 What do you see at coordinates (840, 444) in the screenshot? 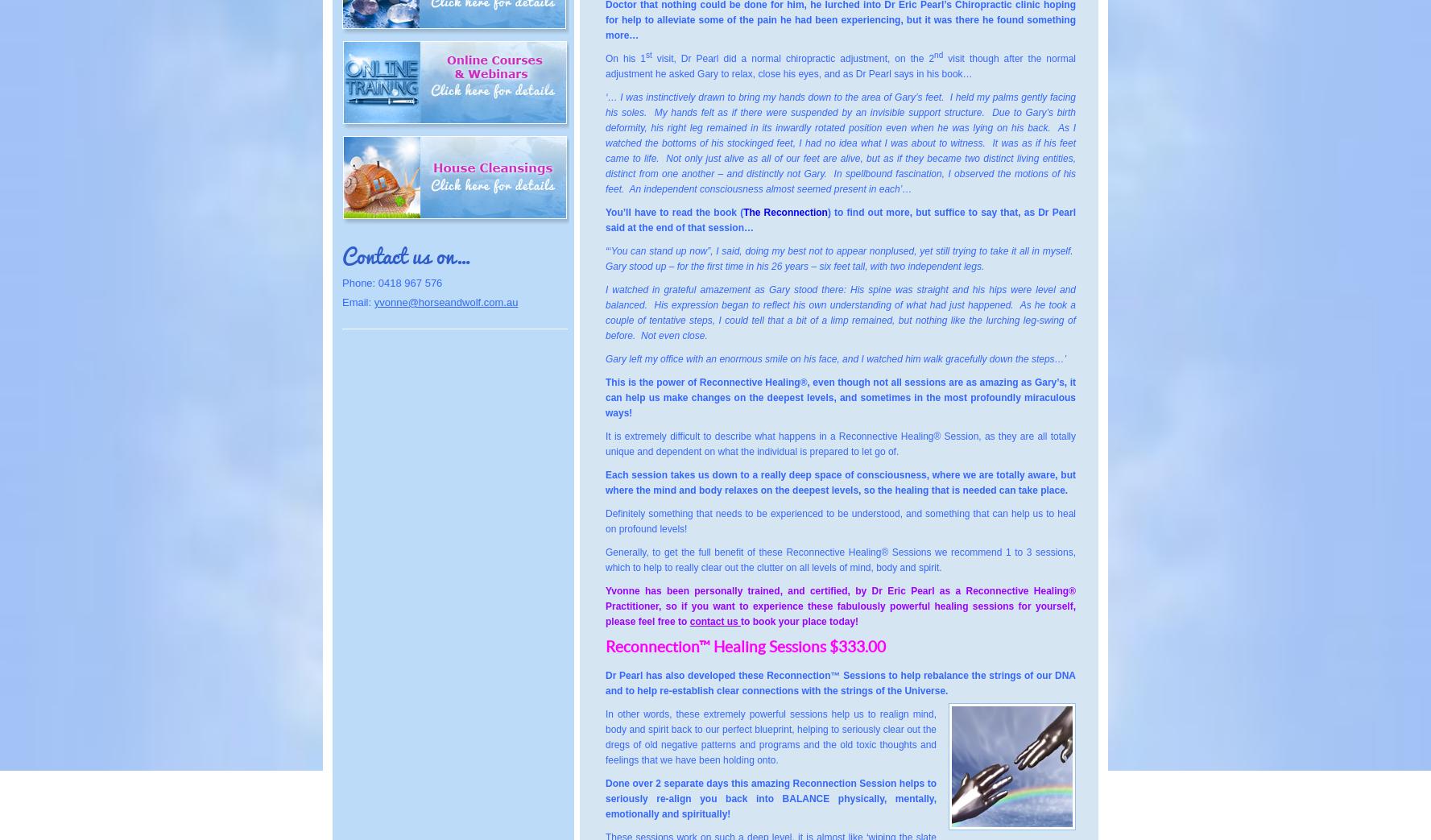
I see `'It is extremely difficult to describe what happens in a Reconnective Healing® Session, as they are all totally unique and dependent on what the individual is prepared to let go of.'` at bounding box center [840, 444].